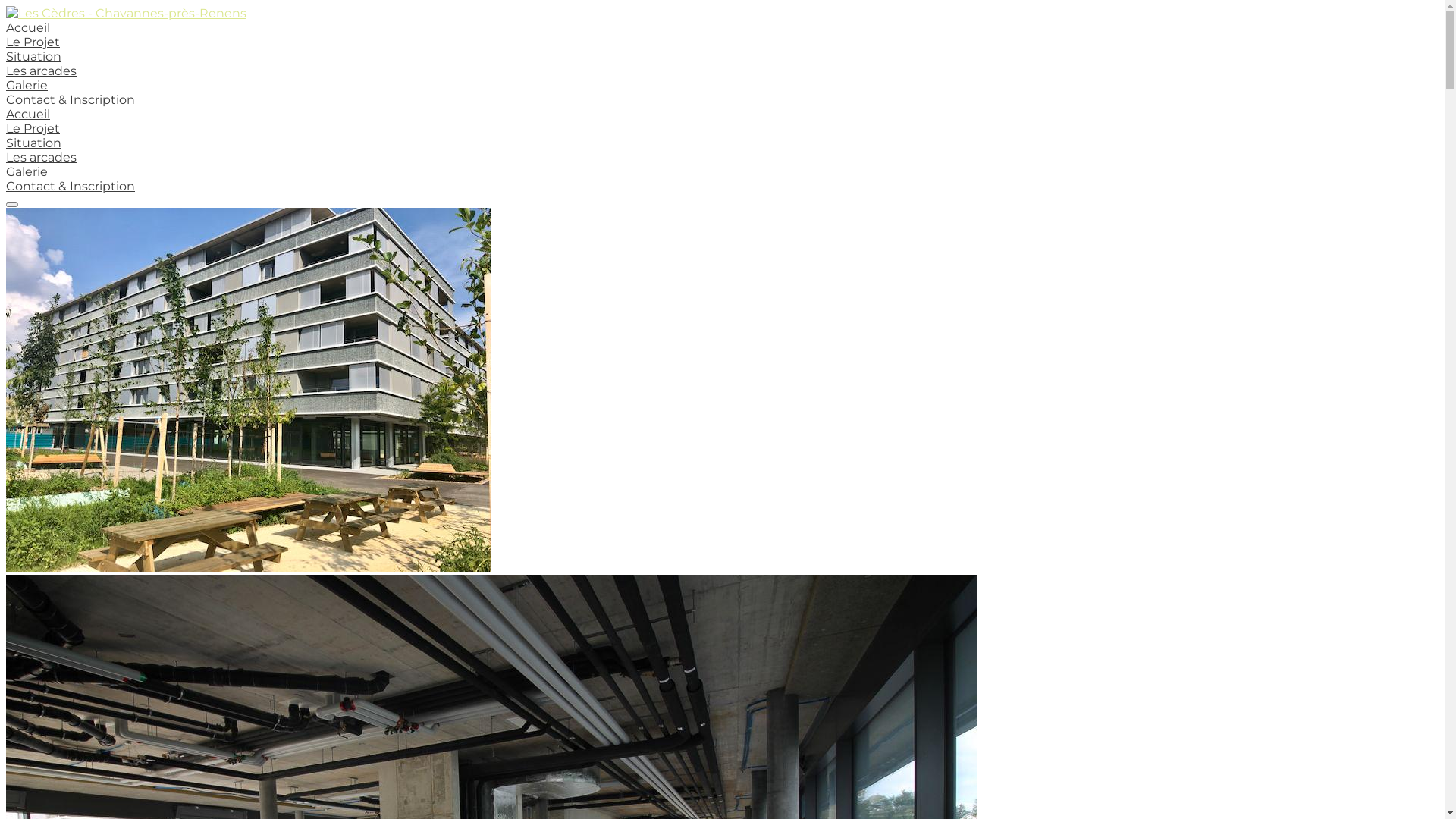  I want to click on 'Le Projet', so click(33, 127).